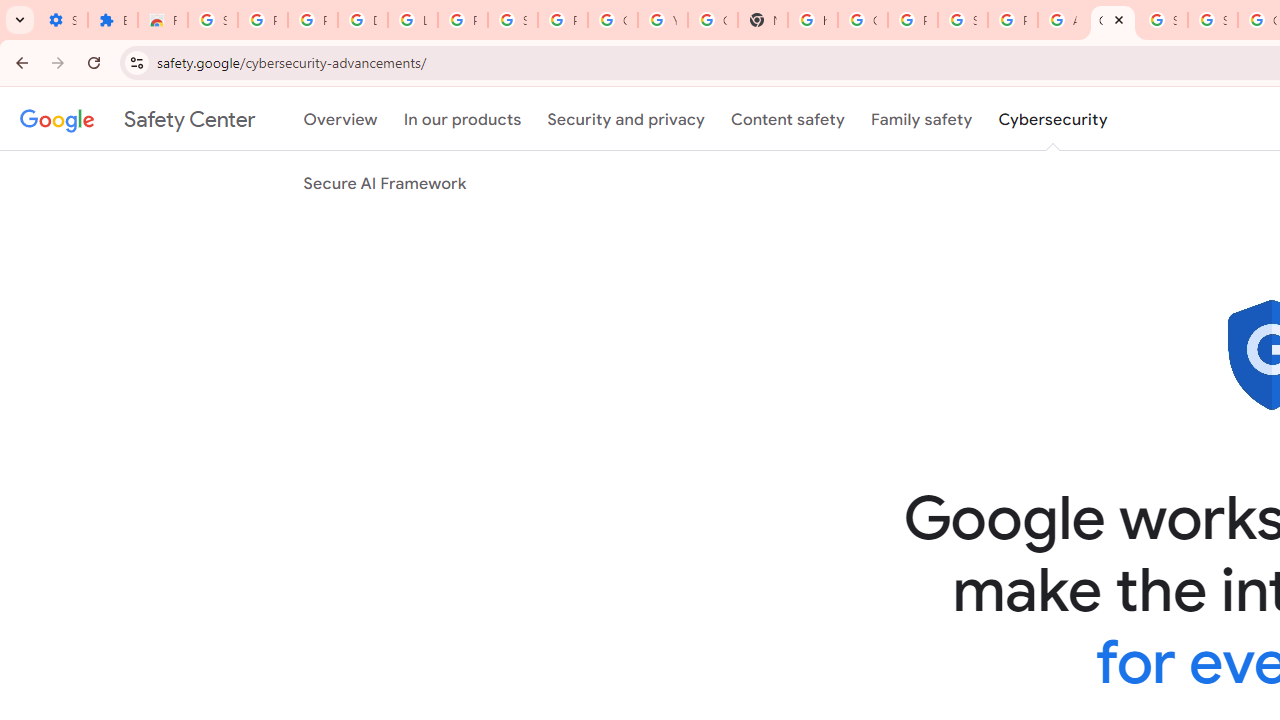 The image size is (1280, 720). What do you see at coordinates (461, 119) in the screenshot?
I see `'In our products'` at bounding box center [461, 119].